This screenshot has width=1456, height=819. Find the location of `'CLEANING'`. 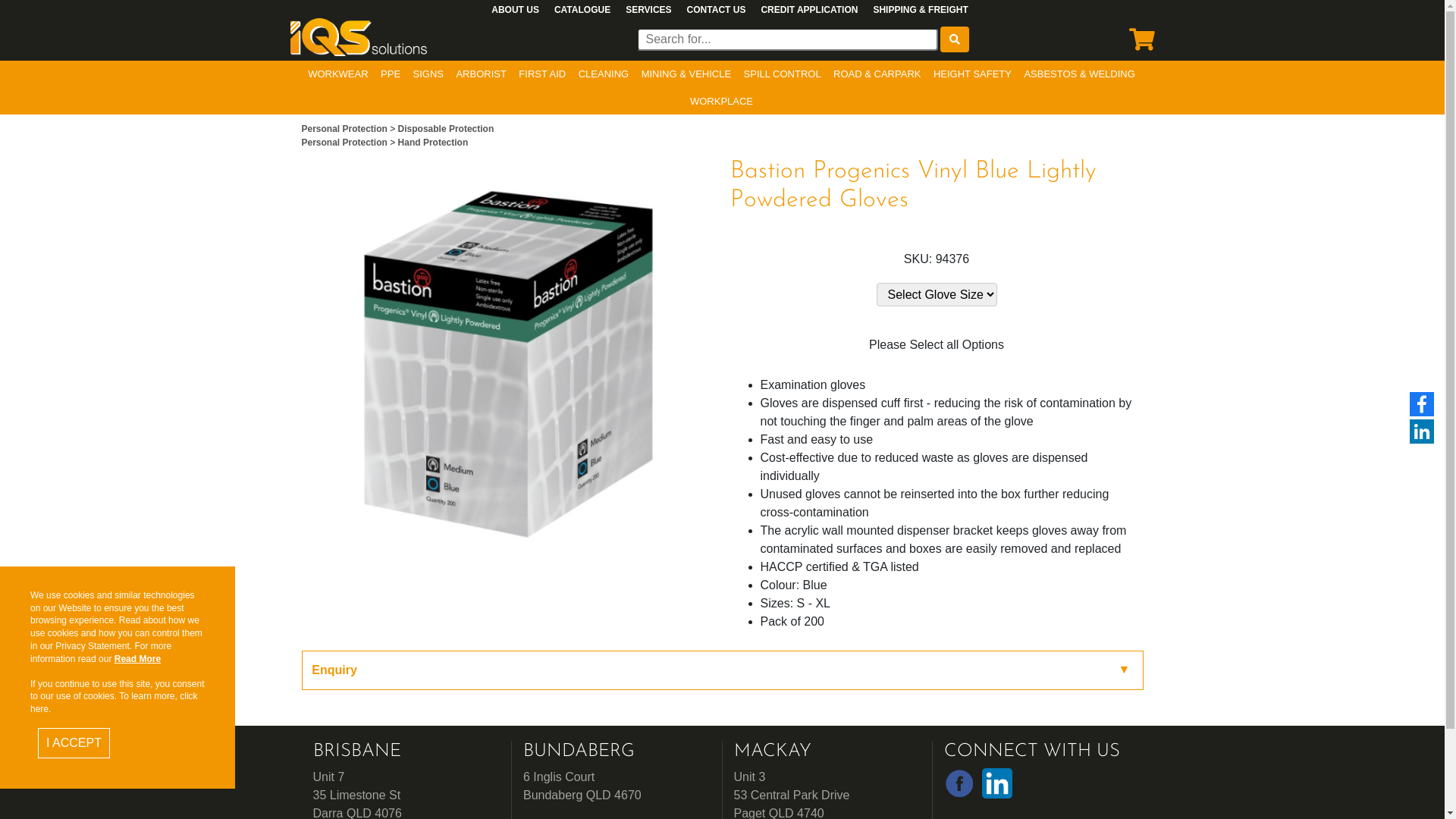

'CLEANING' is located at coordinates (603, 74).